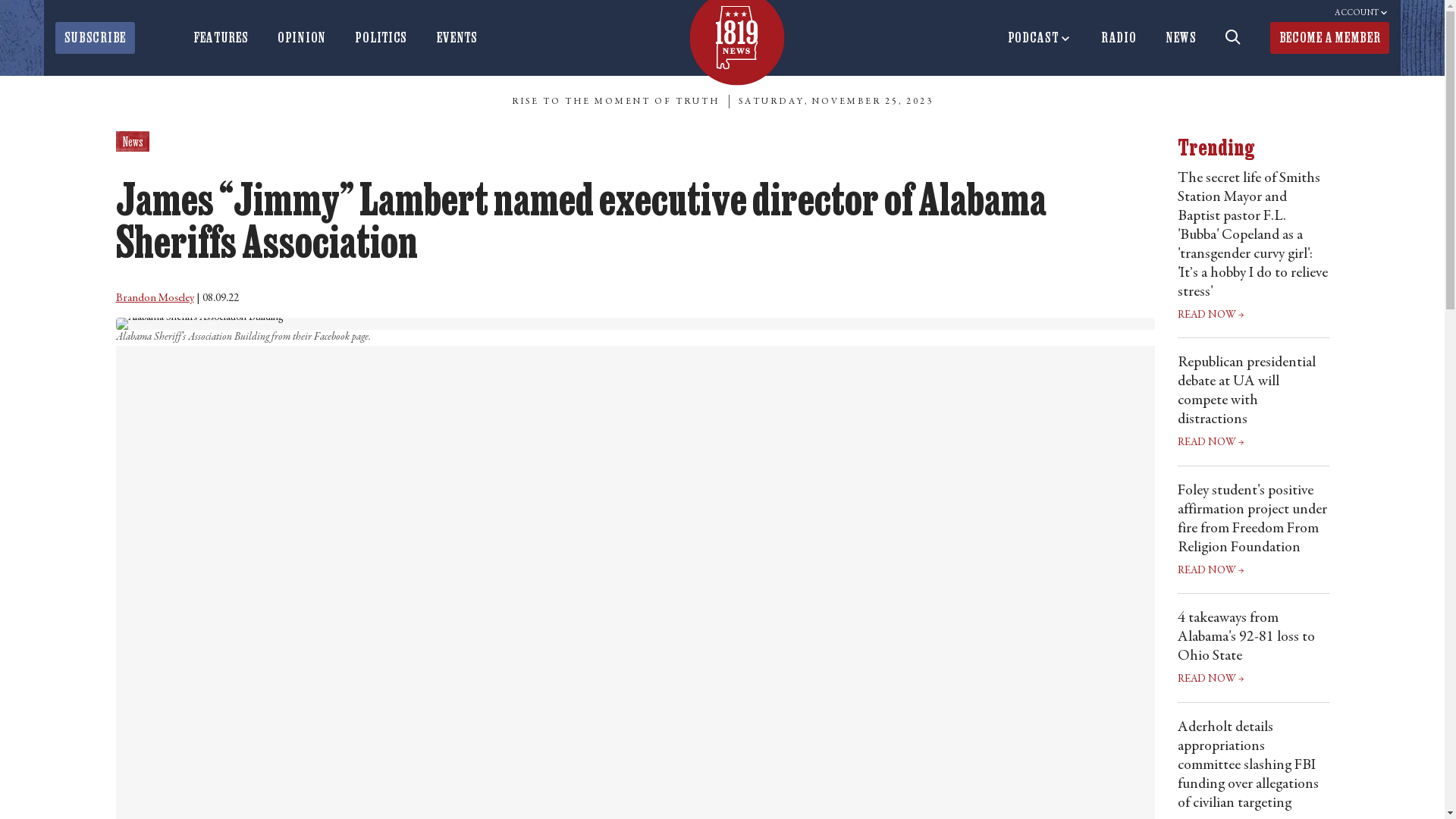  I want to click on 'News', so click(131, 141).